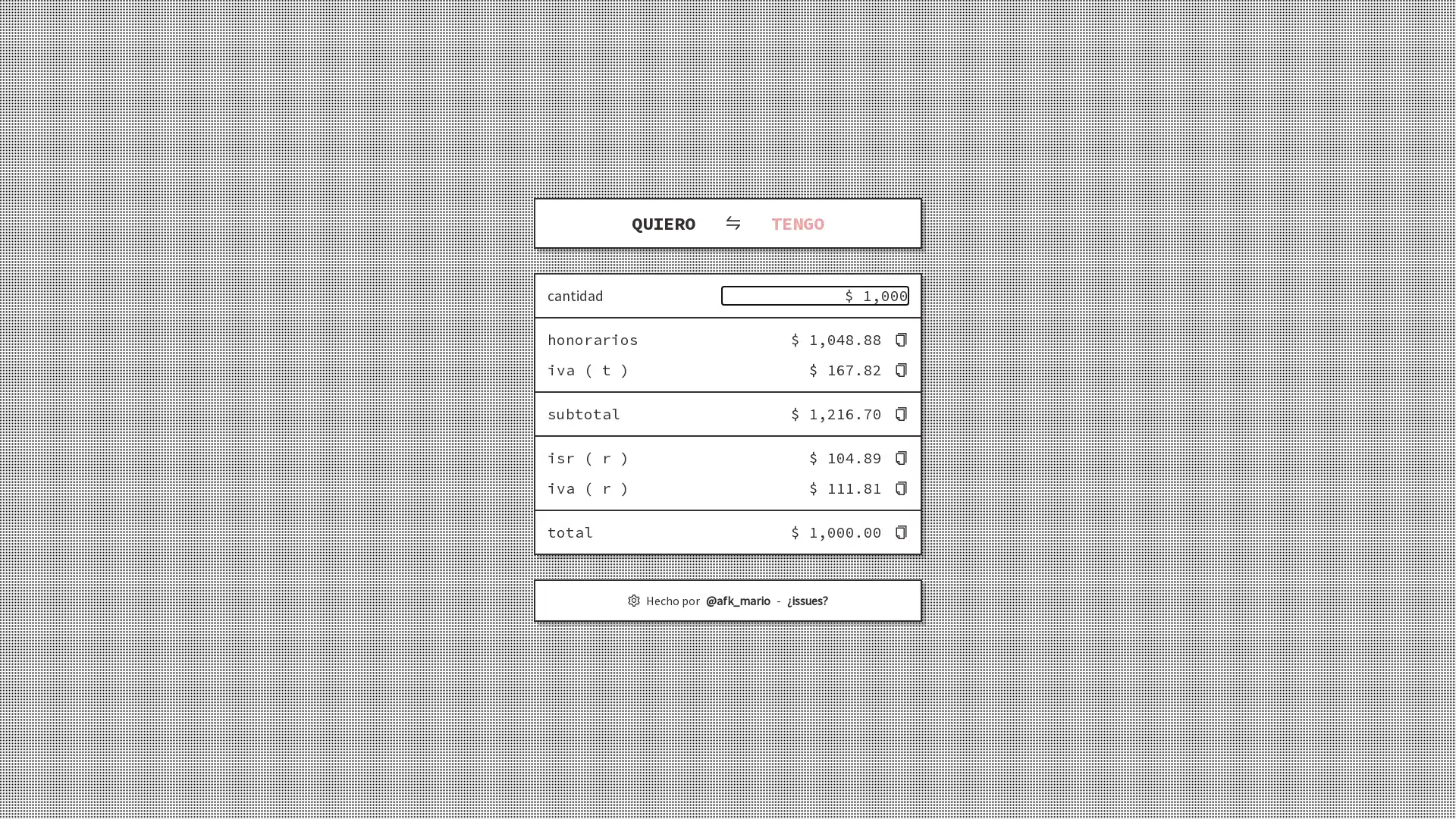 The height and width of the screenshot is (819, 1456). Describe the element at coordinates (728, 413) in the screenshot. I see `subtotal $ 1,216.70` at that location.